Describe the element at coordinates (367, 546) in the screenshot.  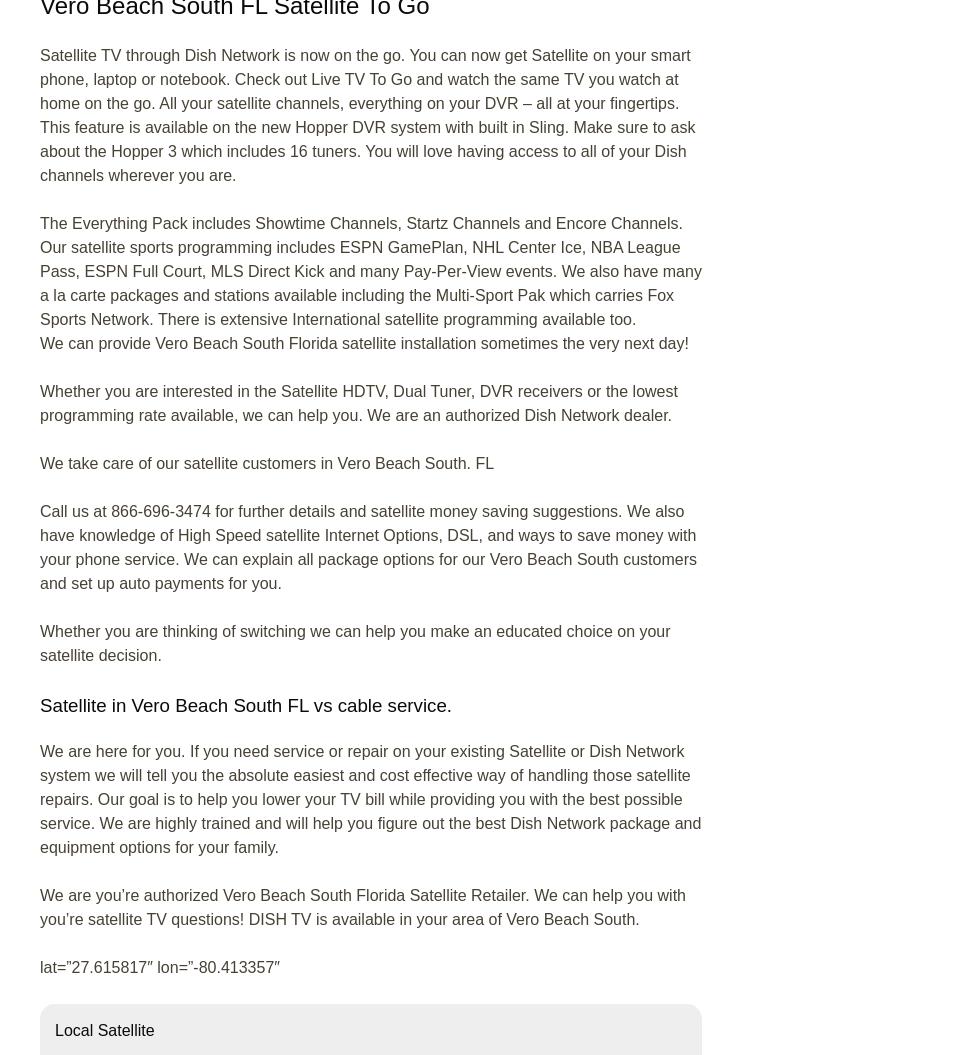
I see `'Call us at 866-696-3474 for further details and satellite money saving suggestions. We also have knowledge of High Speed satellite Internet Options, DSL, and ways to save money with your phone service. We can explain all package options for our Vero Beach South customers and set up auto payments for you.'` at that location.